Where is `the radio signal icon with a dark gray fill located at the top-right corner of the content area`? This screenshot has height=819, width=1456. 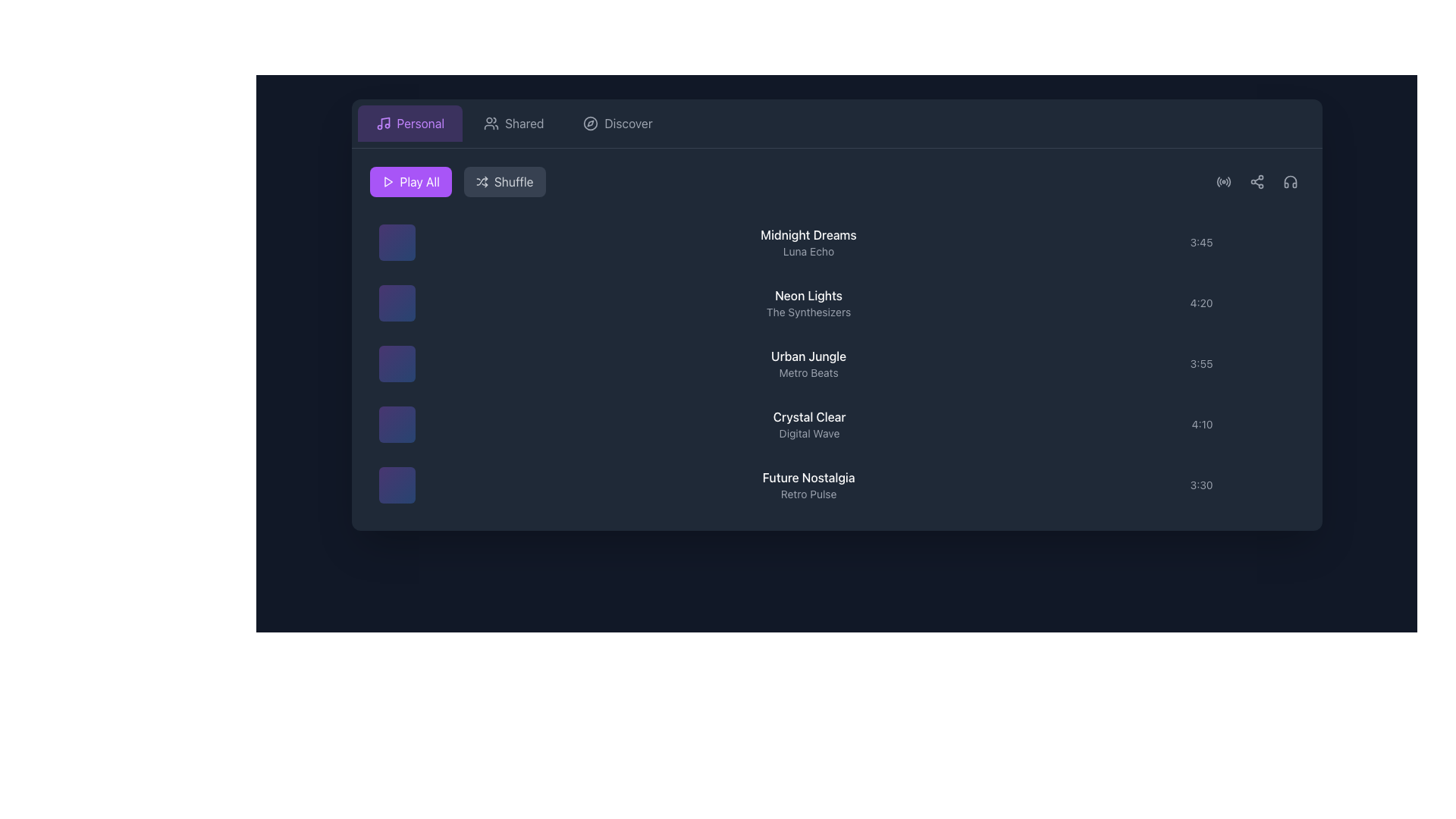
the radio signal icon with a dark gray fill located at the top-right corner of the content area is located at coordinates (1223, 180).